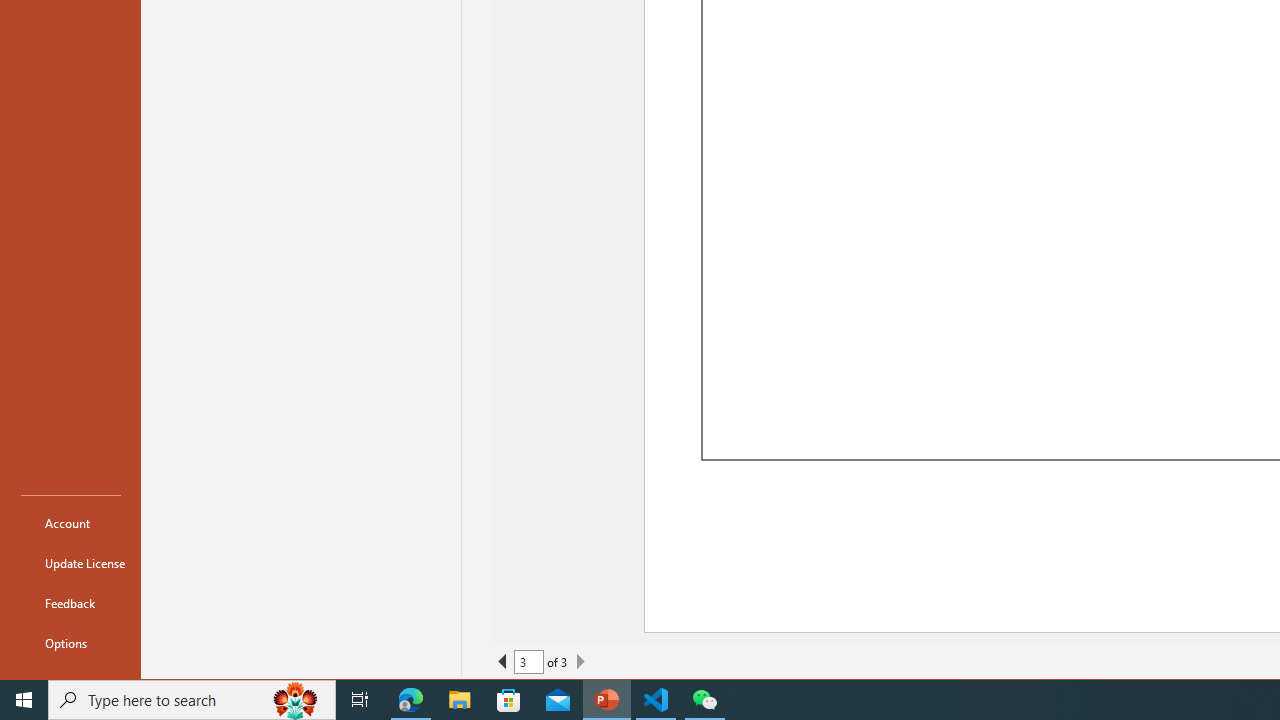 The height and width of the screenshot is (720, 1280). I want to click on 'Update License', so click(71, 563).